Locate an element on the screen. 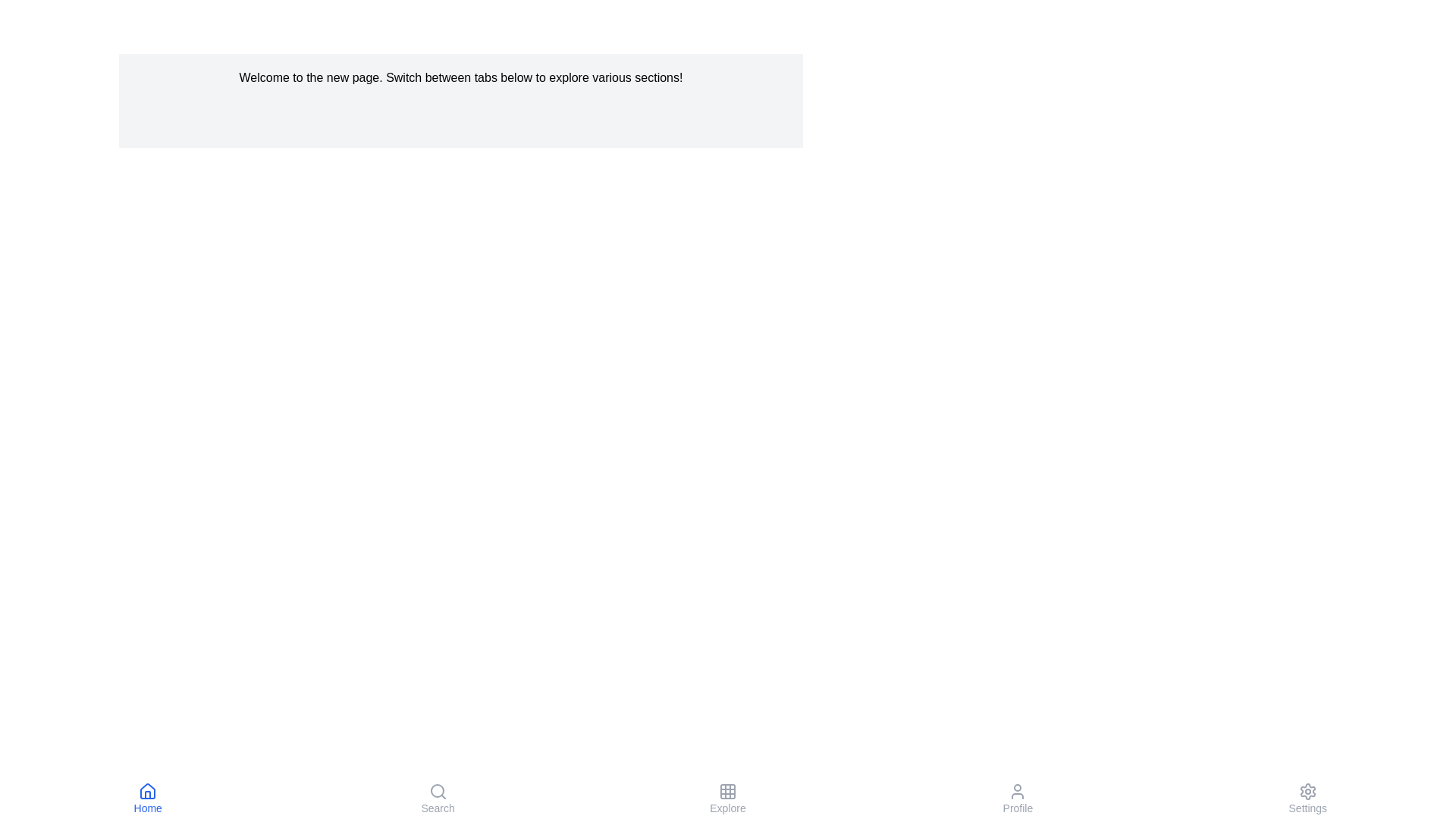 The image size is (1456, 819). the gear icon located on the far right of the bottom navigation bar is located at coordinates (1307, 791).